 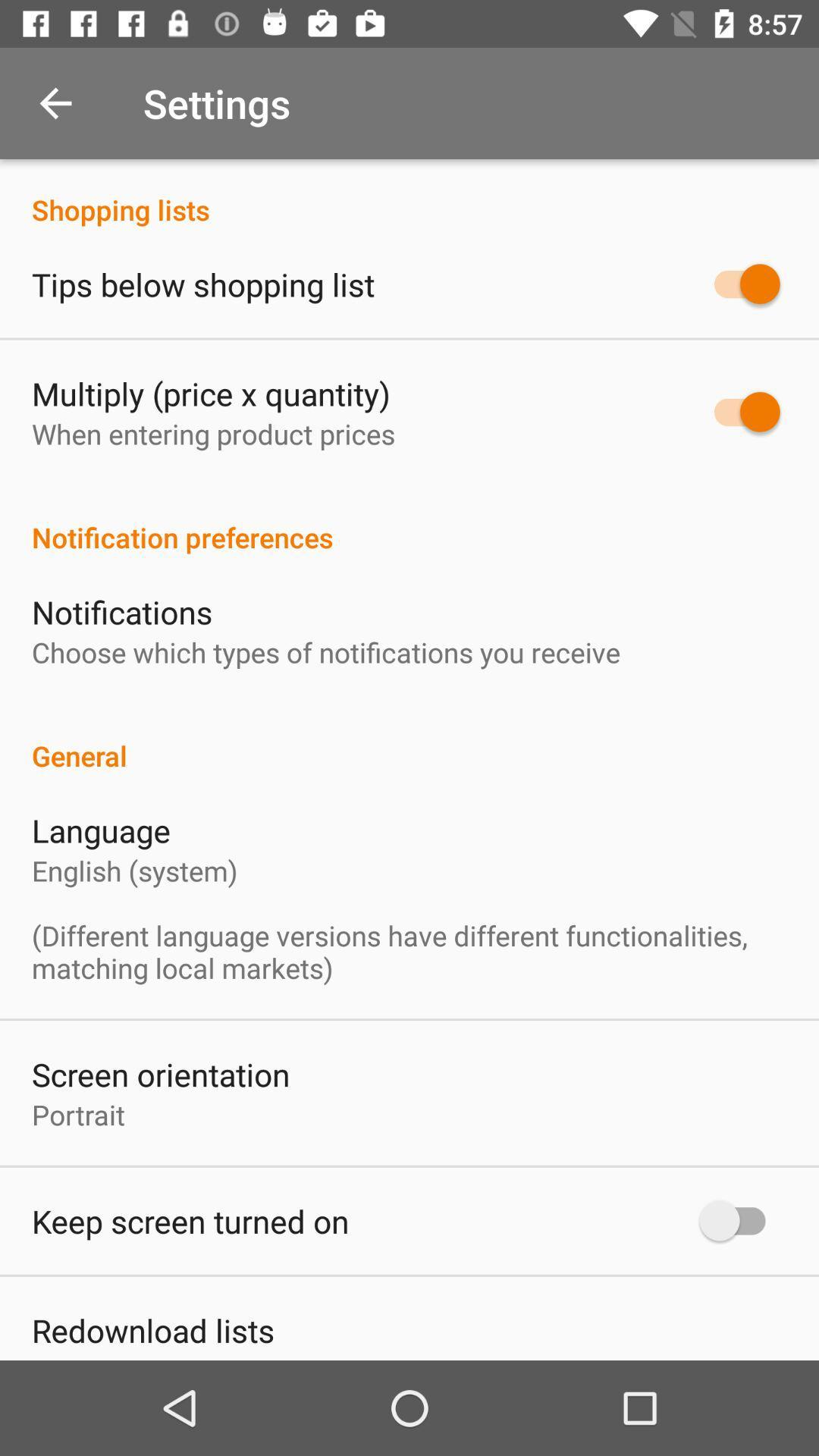 I want to click on the item above the when entering product icon, so click(x=211, y=393).